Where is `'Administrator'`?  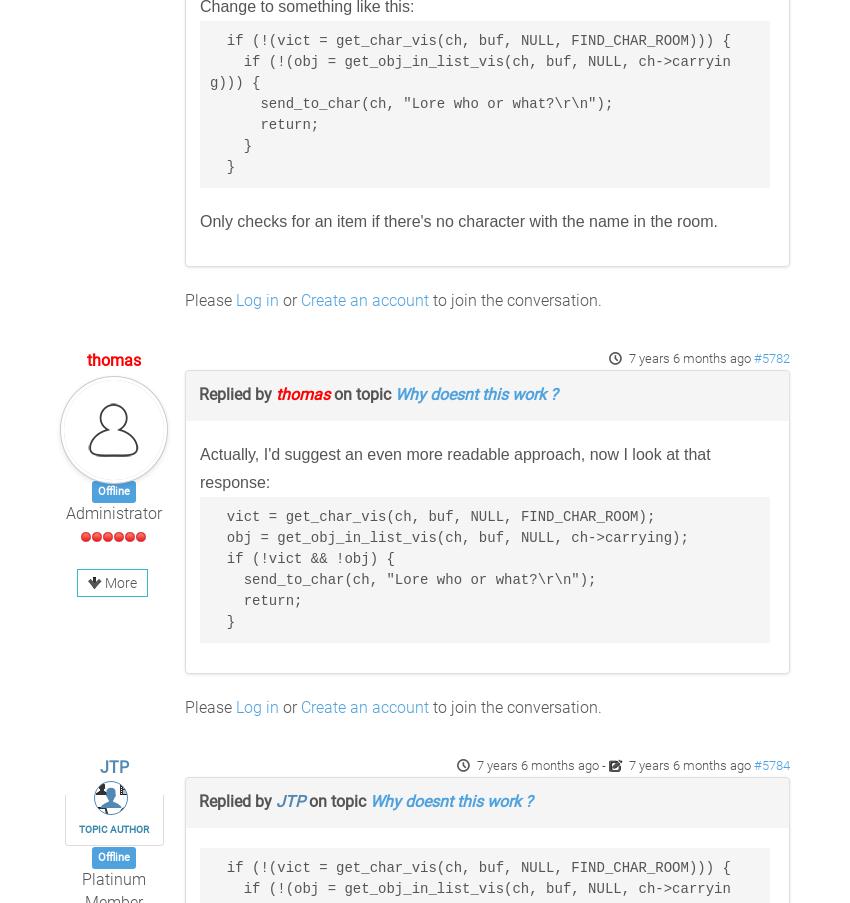 'Administrator' is located at coordinates (112, 513).